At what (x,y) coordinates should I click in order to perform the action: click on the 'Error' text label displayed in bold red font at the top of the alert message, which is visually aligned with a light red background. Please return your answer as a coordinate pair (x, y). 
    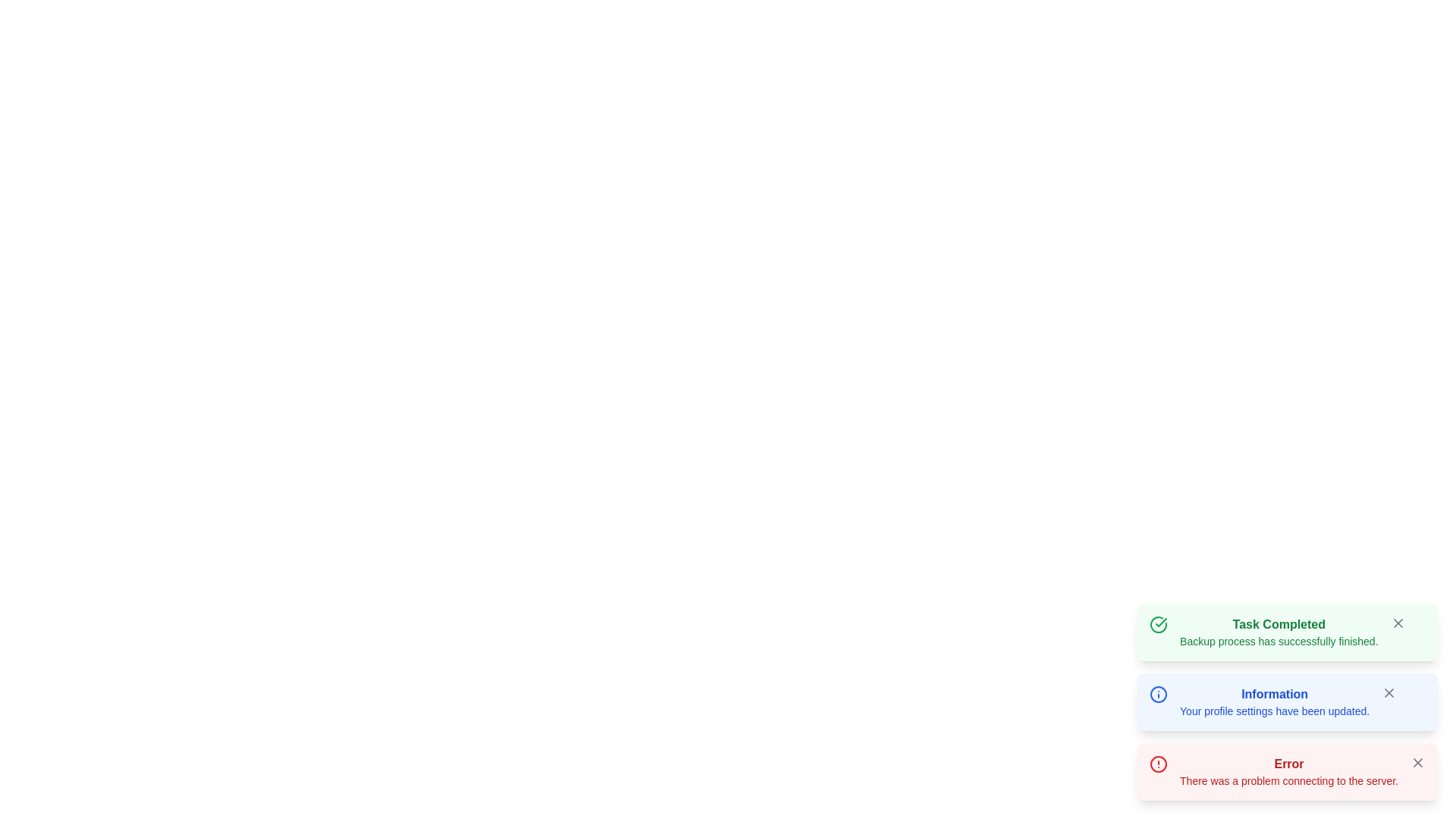
    Looking at the image, I should click on (1288, 764).